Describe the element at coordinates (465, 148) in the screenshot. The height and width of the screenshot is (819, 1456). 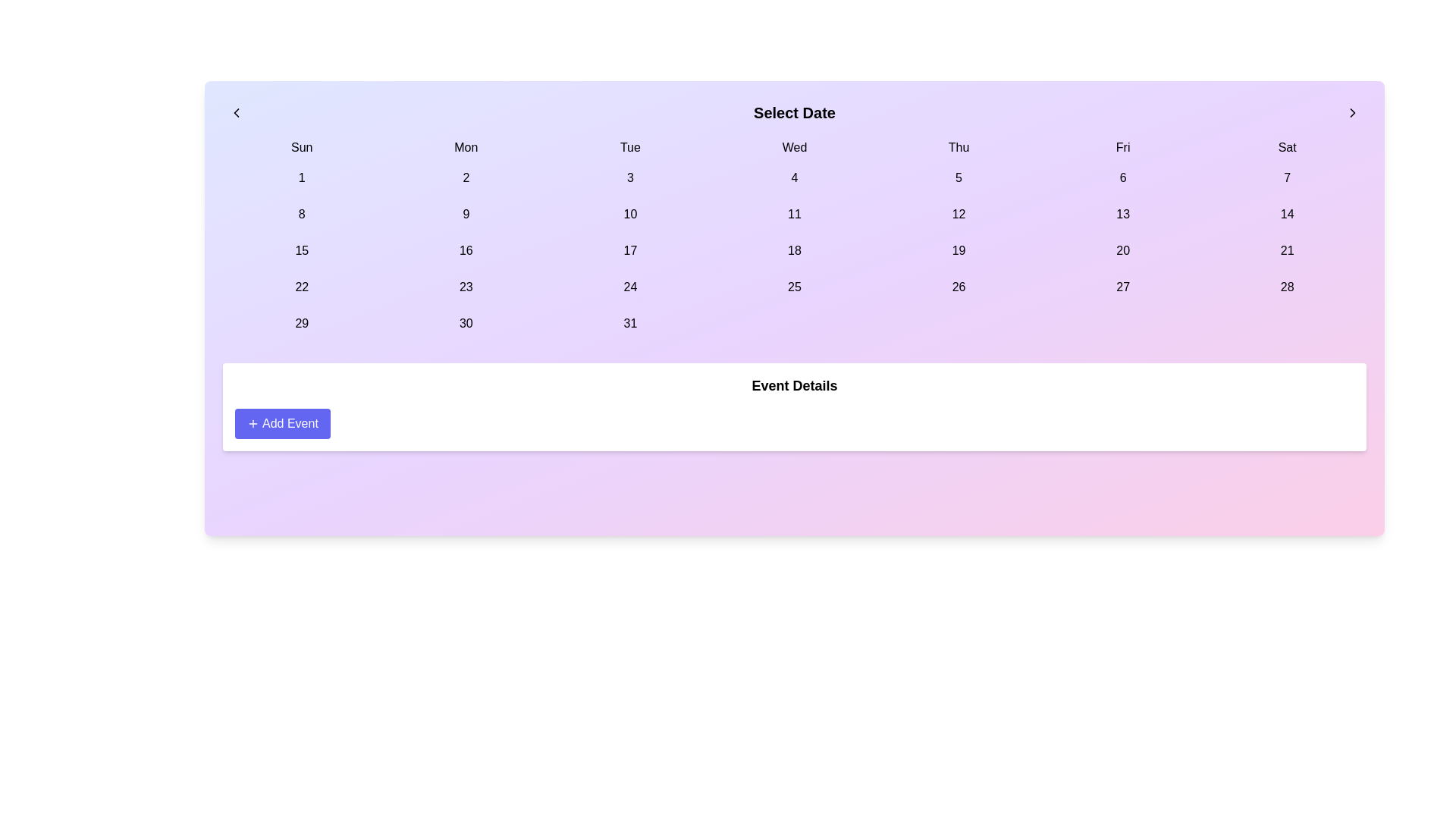
I see `the Text label displaying 'Mon' in the second column of the top row of a calendar grid` at that location.